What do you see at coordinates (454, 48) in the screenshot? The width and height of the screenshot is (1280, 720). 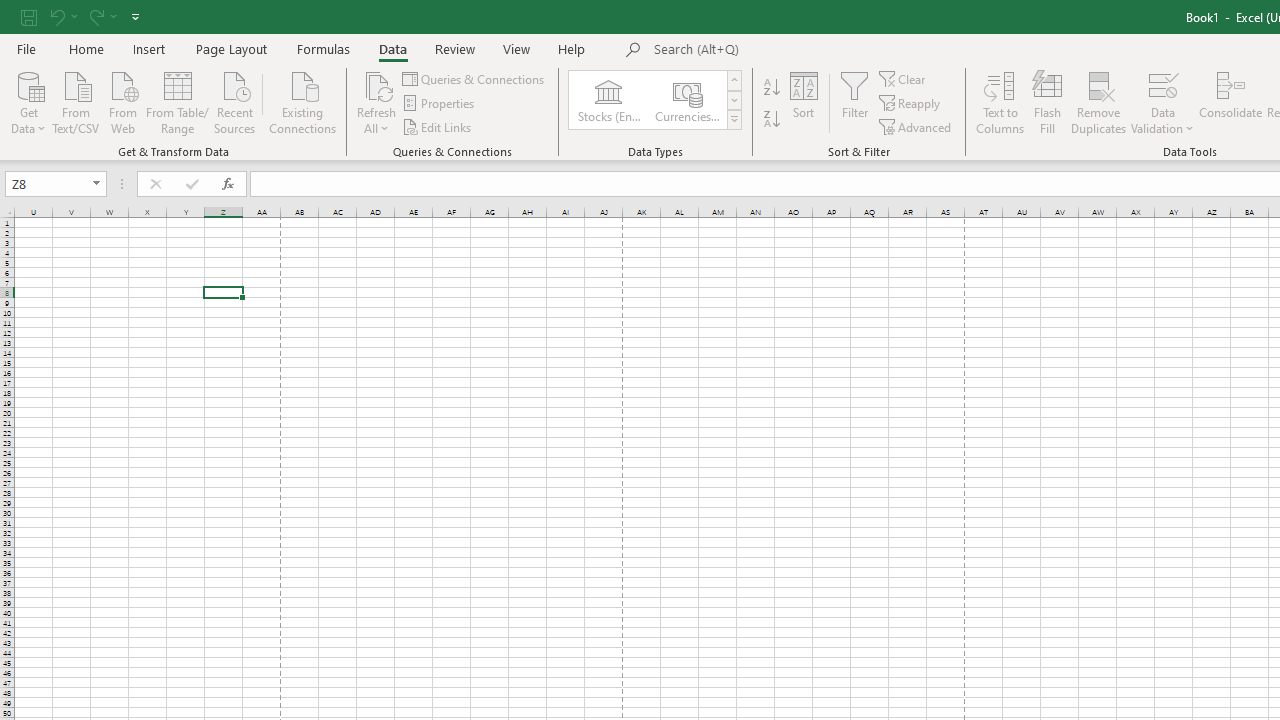 I see `'Review'` at bounding box center [454, 48].